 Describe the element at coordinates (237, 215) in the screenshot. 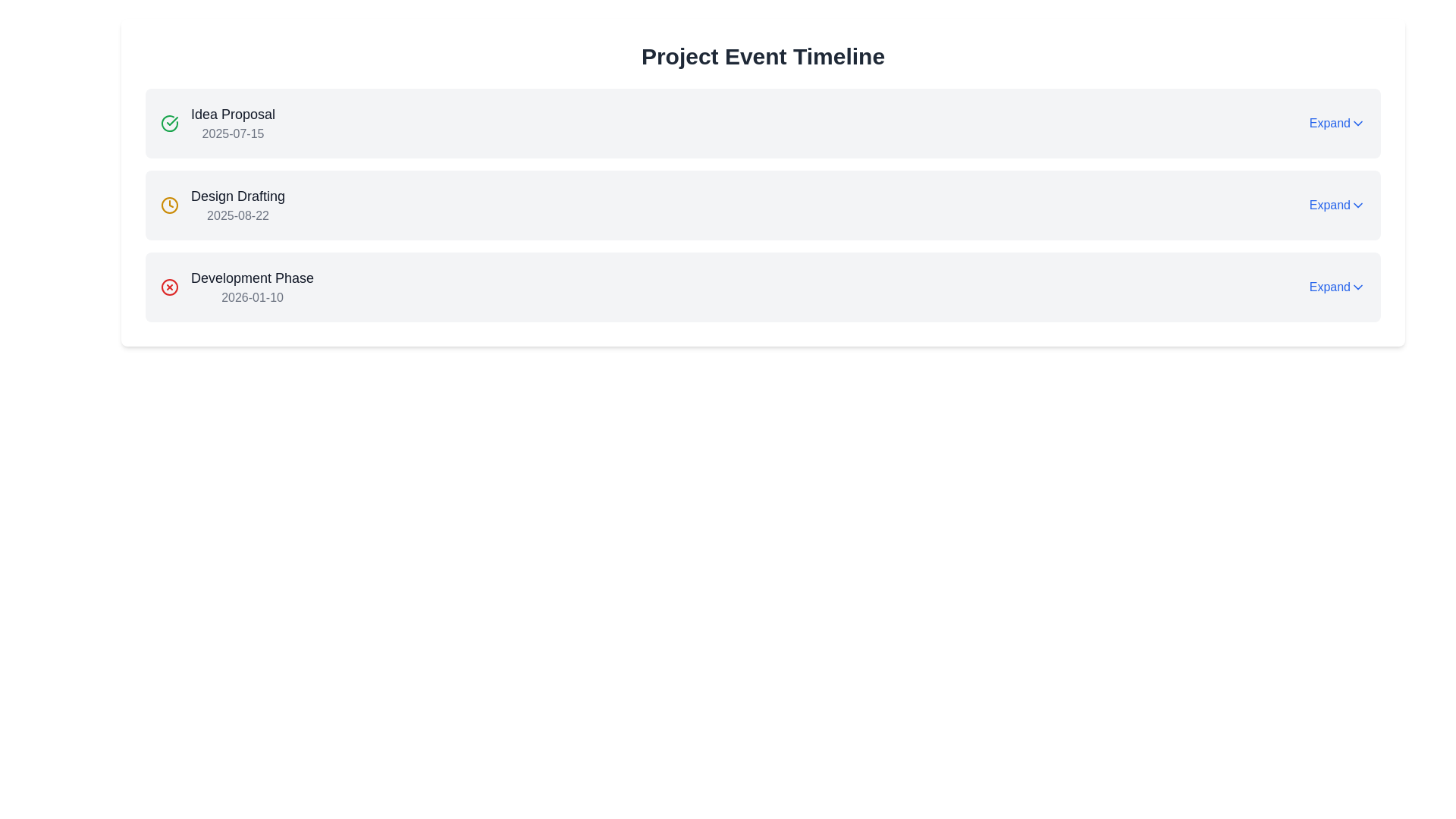

I see `text displaying the date '2025-08-22' in grey color, which is positioned below 'Design Drafting' in the 'Project Event Timeline' list` at that location.